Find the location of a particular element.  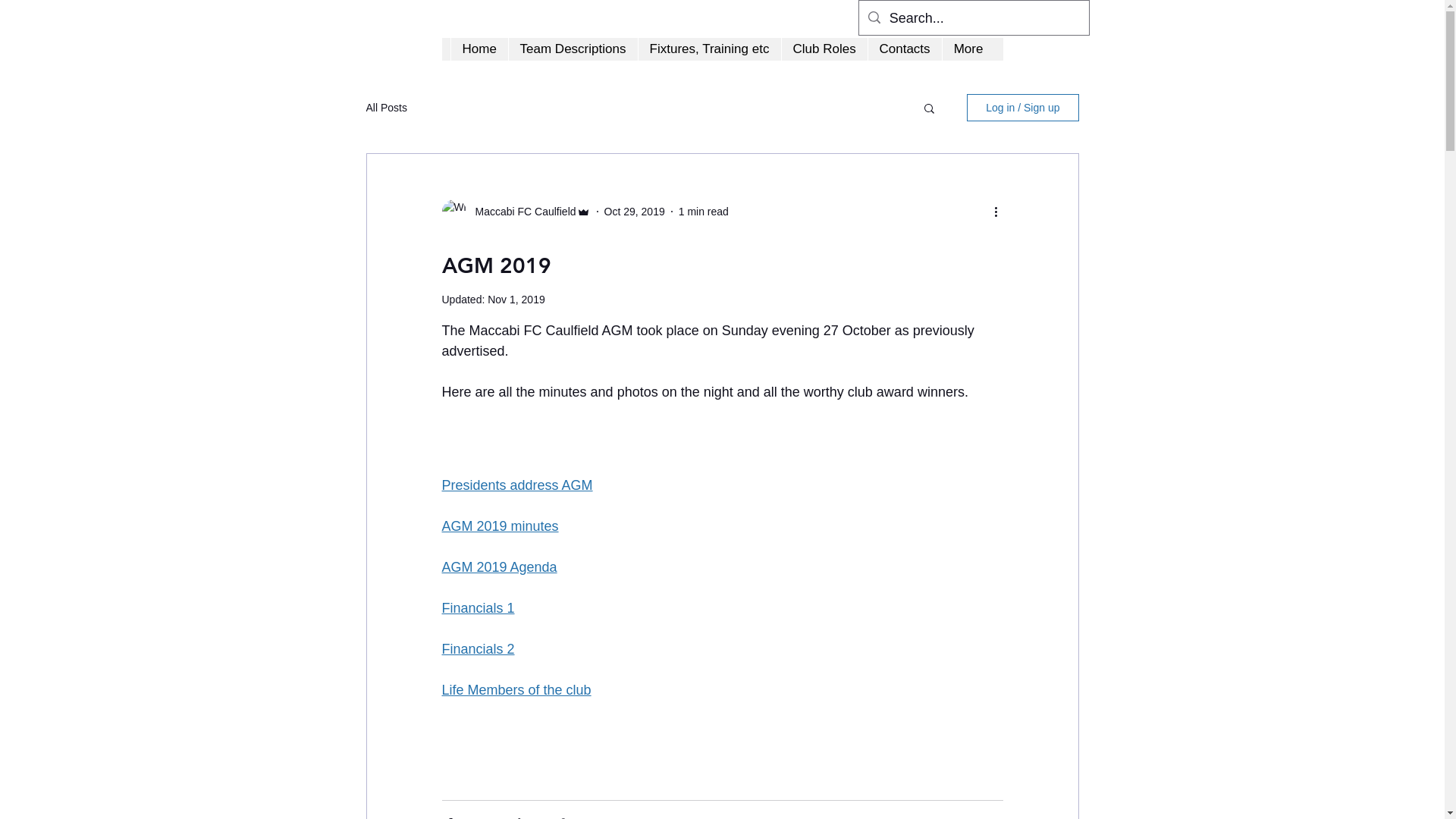

'Financials 2' is located at coordinates (476, 648).